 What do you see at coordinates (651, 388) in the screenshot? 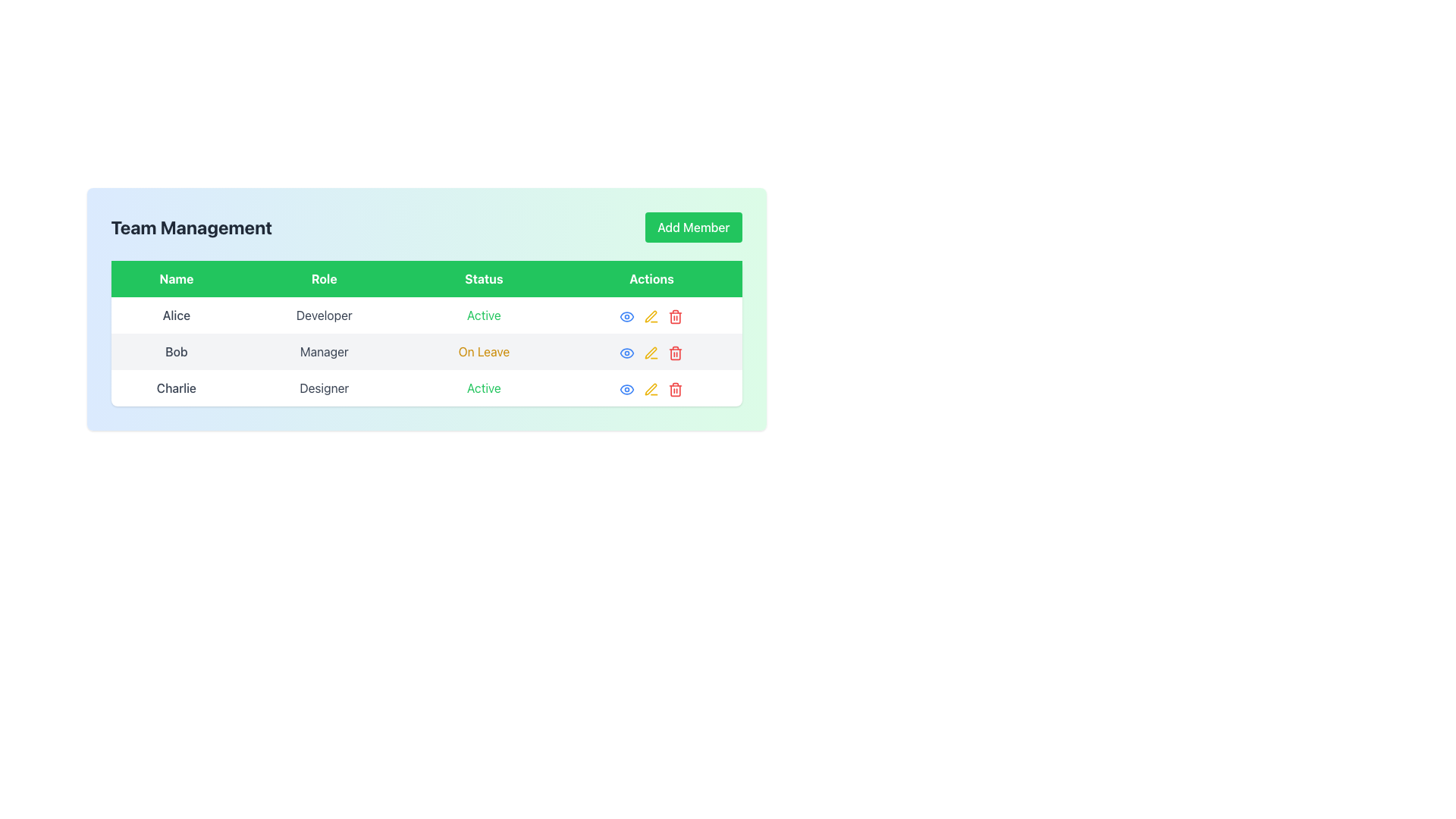
I see `the edit icon button in the Actions column for the row associated with user 'Charlie' to initiate the edit action` at bounding box center [651, 388].